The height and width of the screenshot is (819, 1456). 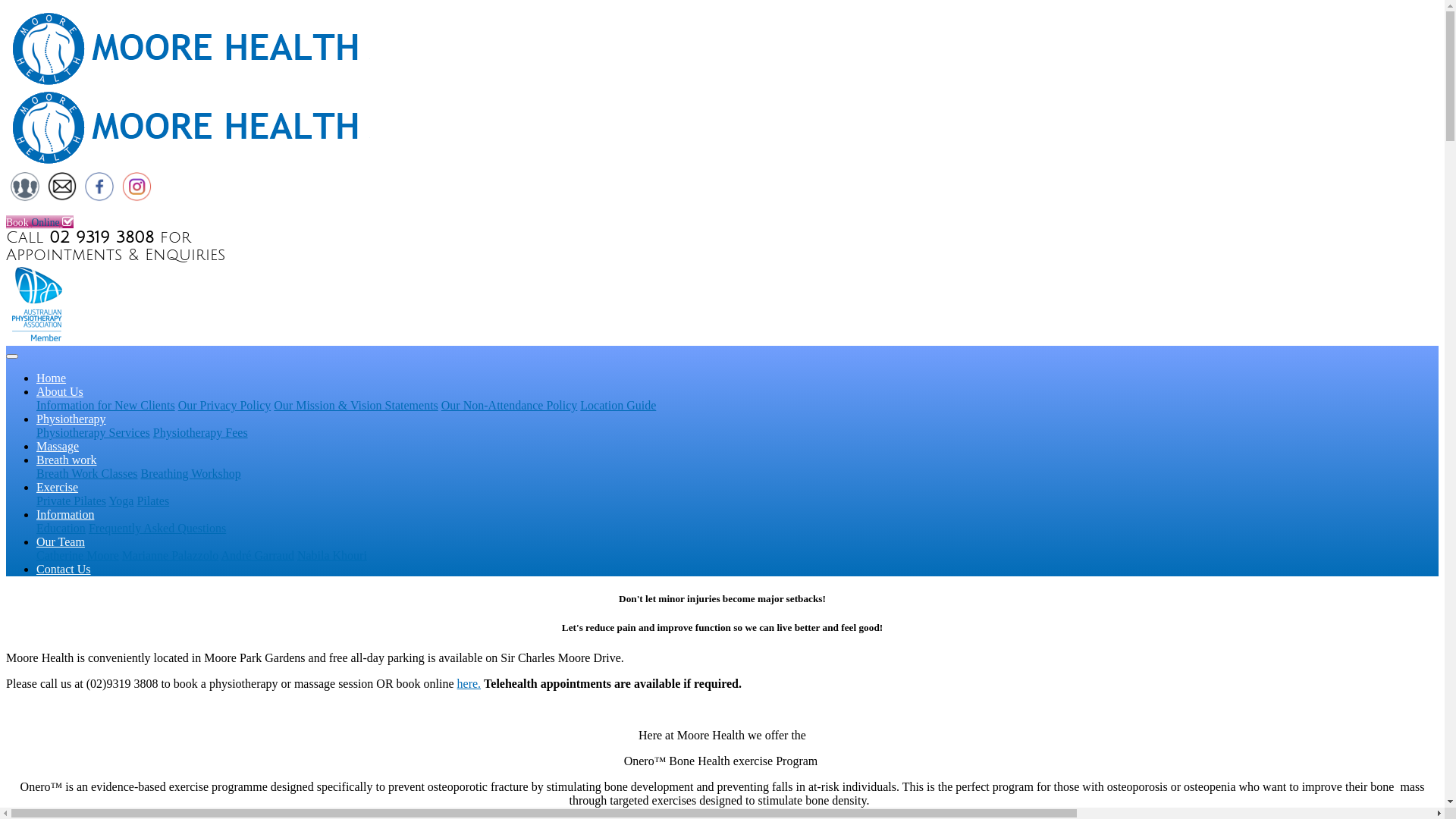 What do you see at coordinates (171, 555) in the screenshot?
I see `'Marianne Palazzolo'` at bounding box center [171, 555].